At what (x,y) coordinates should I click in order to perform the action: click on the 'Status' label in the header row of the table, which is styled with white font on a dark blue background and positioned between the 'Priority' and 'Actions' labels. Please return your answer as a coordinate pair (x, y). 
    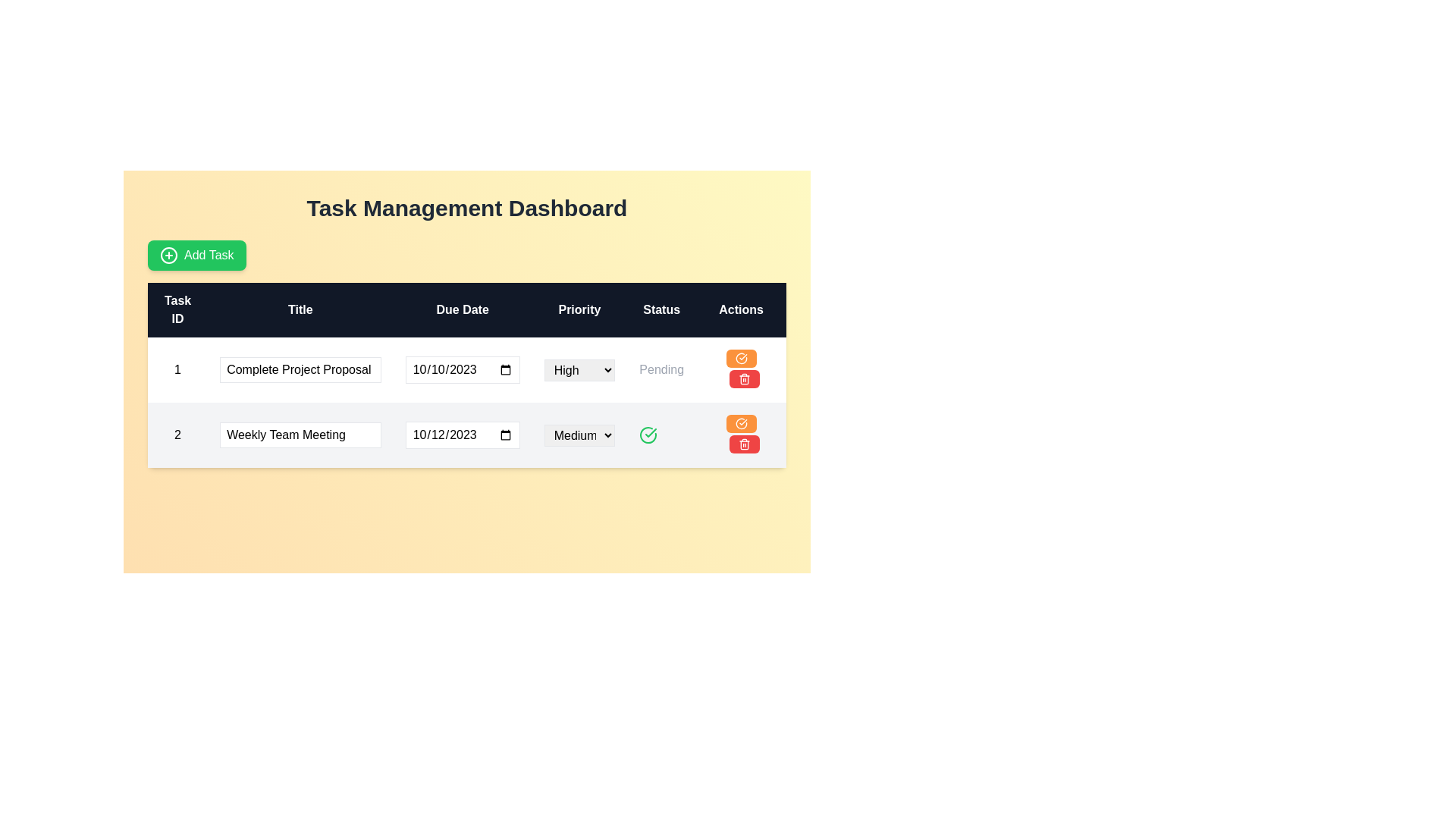
    Looking at the image, I should click on (661, 309).